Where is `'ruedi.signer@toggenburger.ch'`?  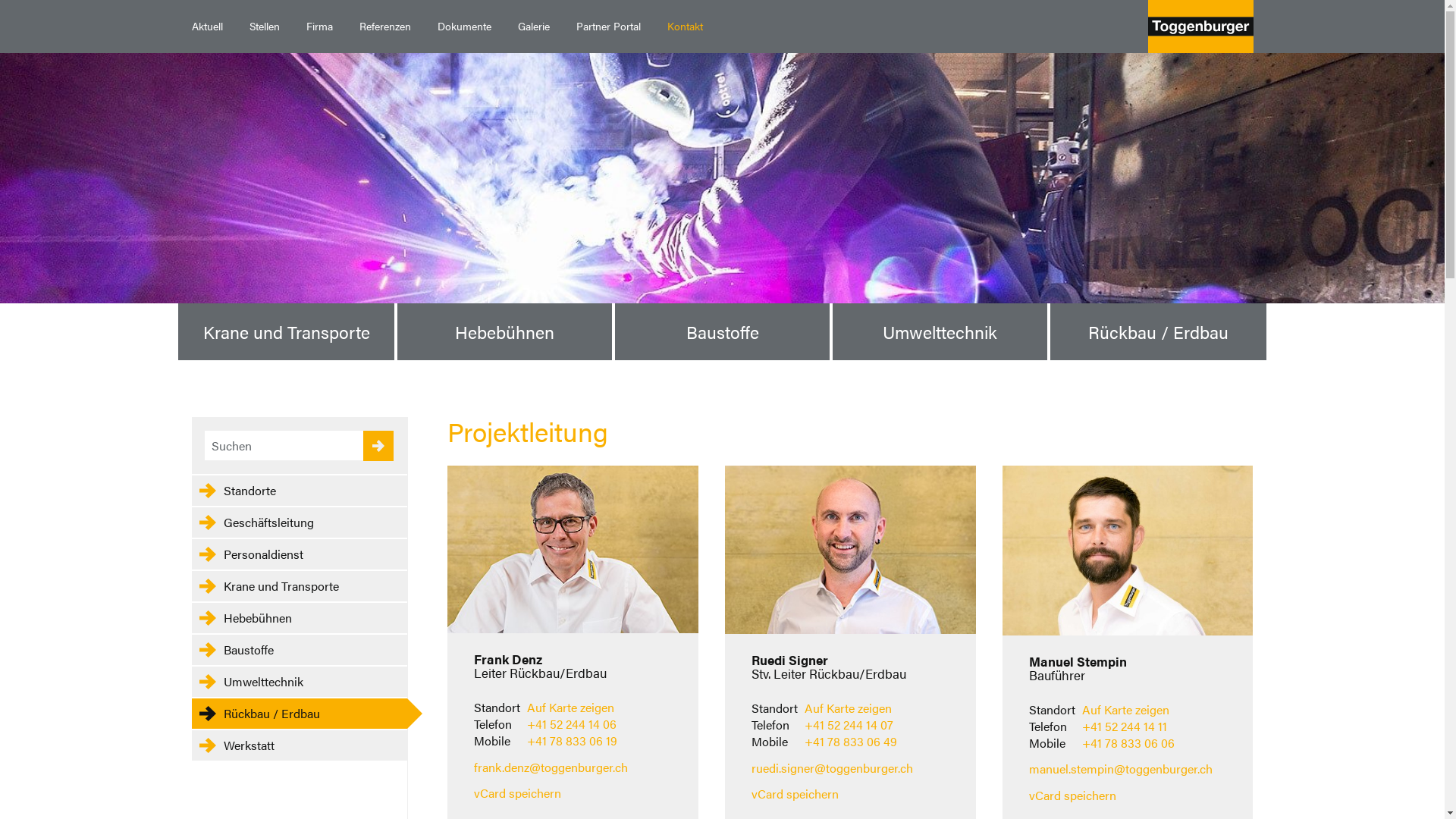 'ruedi.signer@toggenburger.ch' is located at coordinates (831, 767).